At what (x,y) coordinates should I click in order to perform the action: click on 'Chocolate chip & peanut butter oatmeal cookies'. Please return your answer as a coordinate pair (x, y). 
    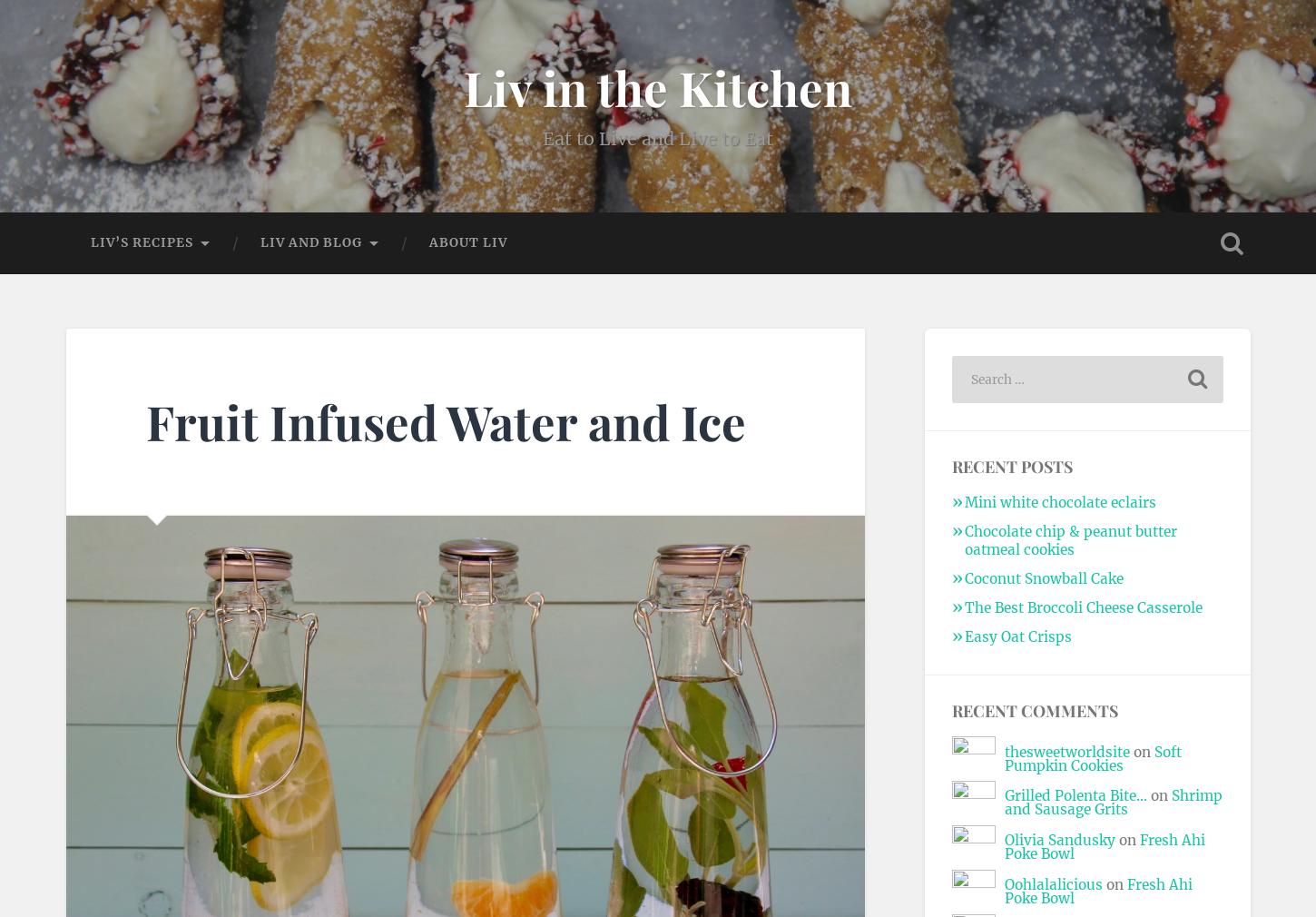
    Looking at the image, I should click on (1068, 539).